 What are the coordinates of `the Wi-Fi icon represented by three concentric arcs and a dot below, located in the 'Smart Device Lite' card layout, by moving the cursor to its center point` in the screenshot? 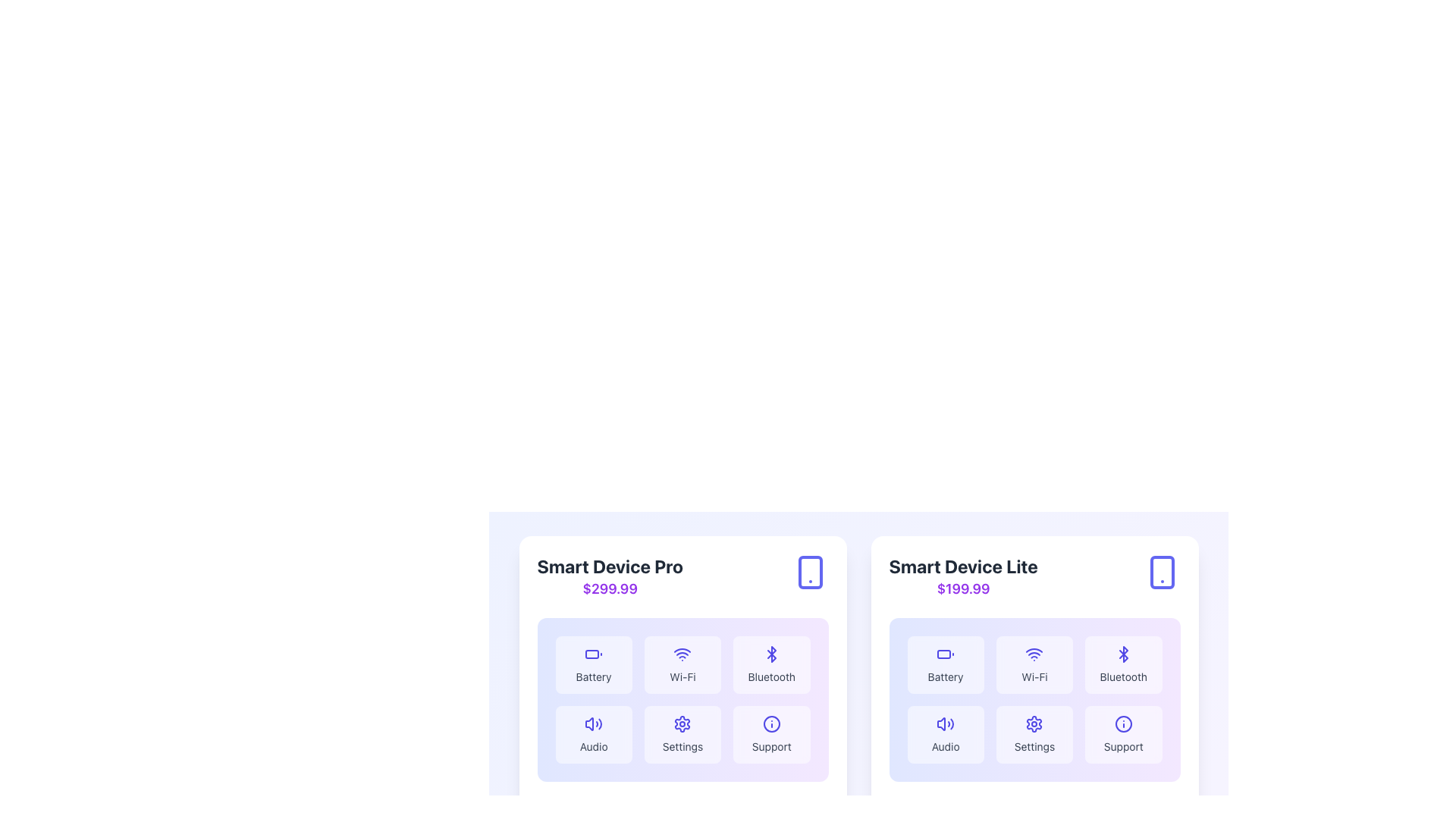 It's located at (1034, 654).